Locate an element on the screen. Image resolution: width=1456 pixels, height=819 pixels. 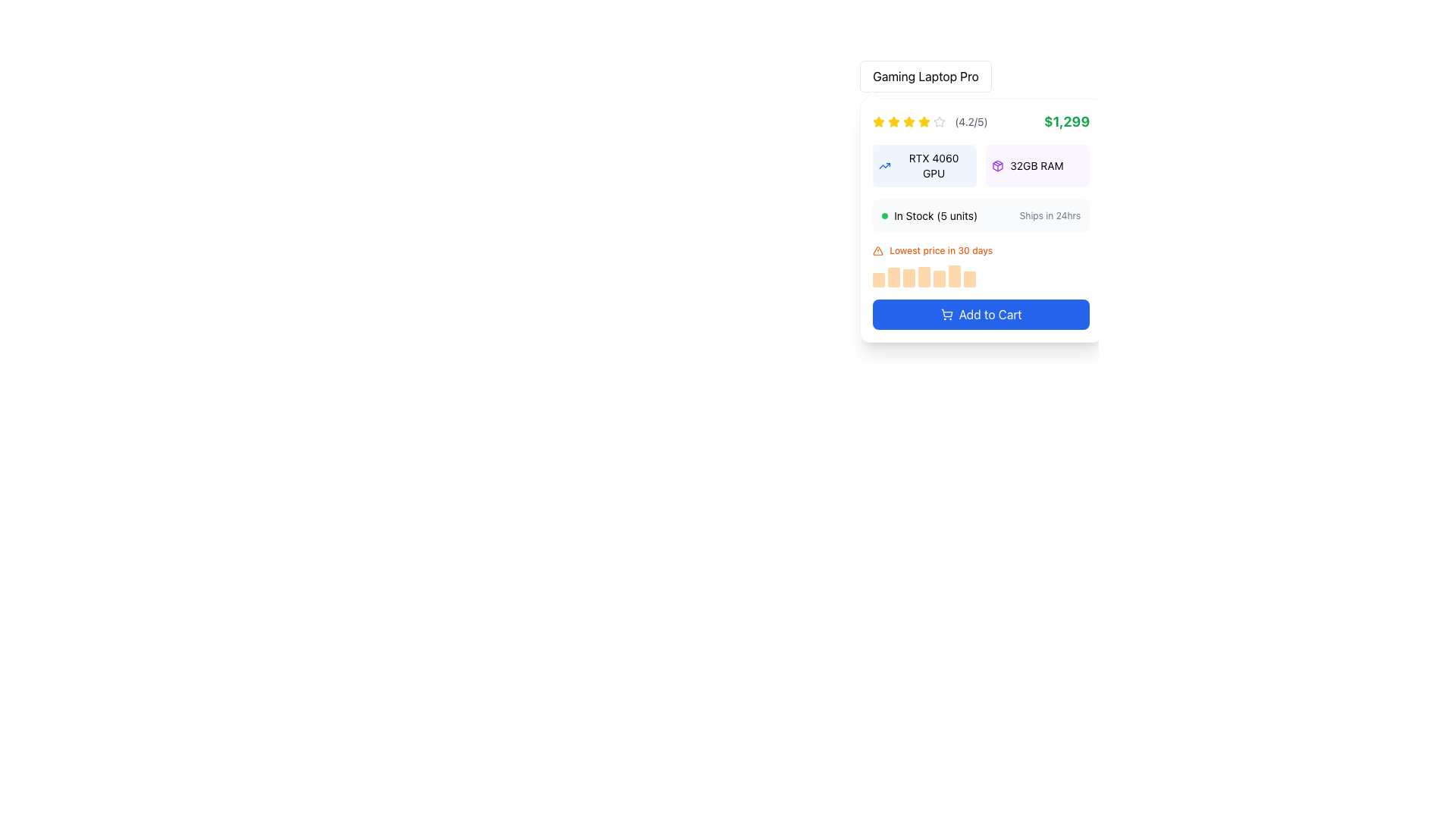
the Rating and price information display located below the title 'Gaming Laptop Pro', which shows user ratings and product pricing is located at coordinates (981, 121).